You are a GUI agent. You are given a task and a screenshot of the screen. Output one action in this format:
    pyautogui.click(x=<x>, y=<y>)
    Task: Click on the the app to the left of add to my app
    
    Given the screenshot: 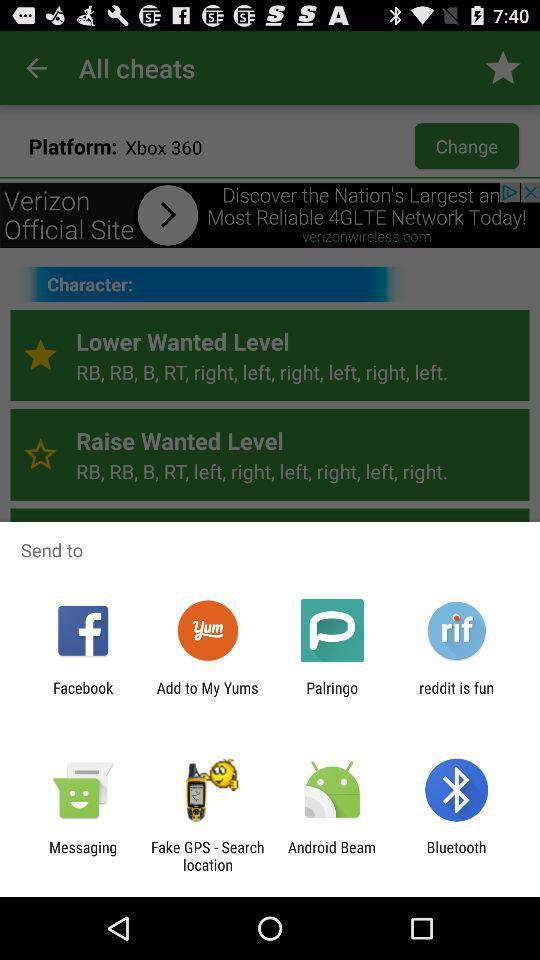 What is the action you would take?
    pyautogui.click(x=82, y=696)
    